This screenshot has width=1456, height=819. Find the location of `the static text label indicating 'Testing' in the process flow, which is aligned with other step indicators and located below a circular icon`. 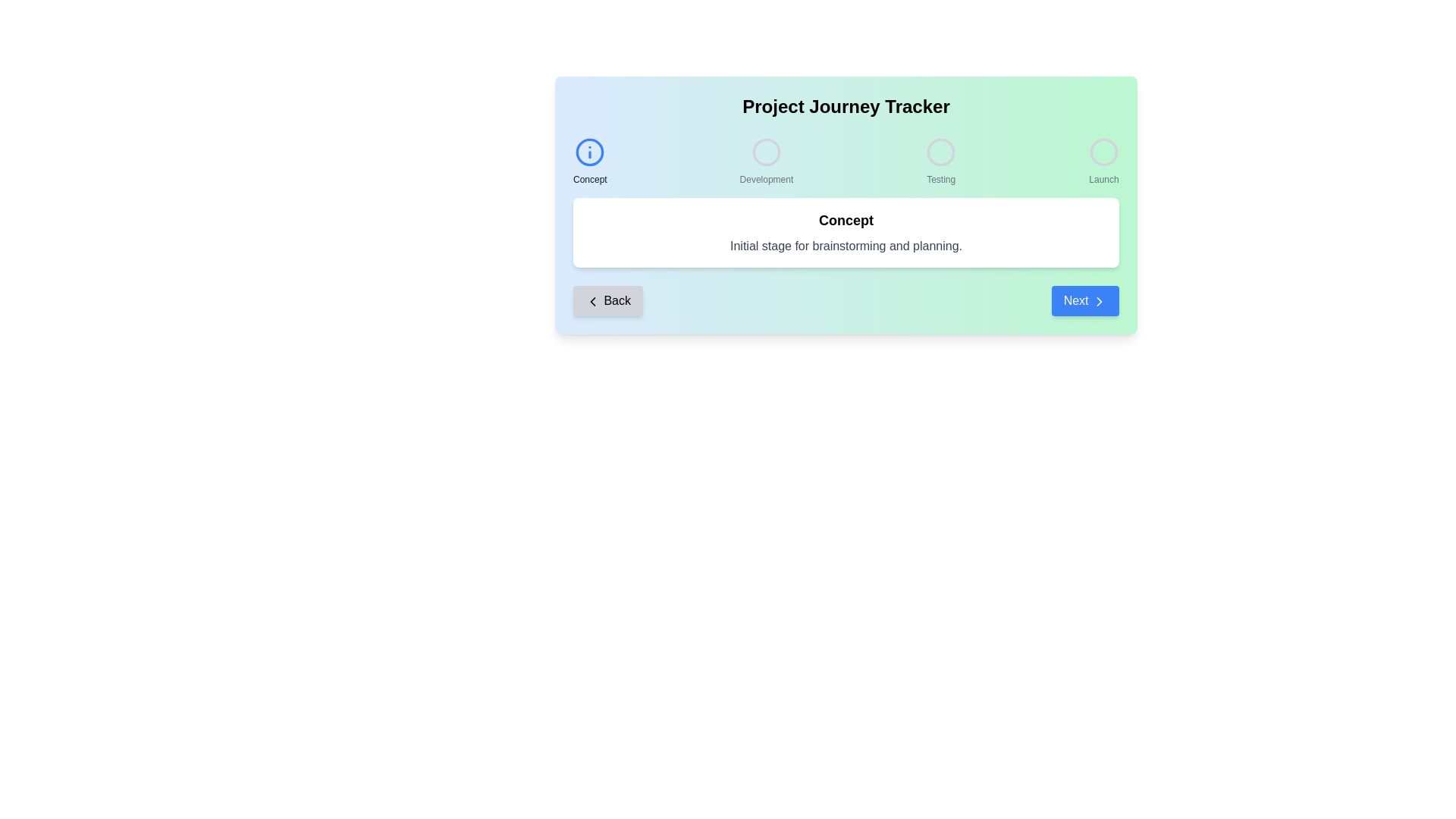

the static text label indicating 'Testing' in the process flow, which is aligned with other step indicators and located below a circular icon is located at coordinates (940, 178).